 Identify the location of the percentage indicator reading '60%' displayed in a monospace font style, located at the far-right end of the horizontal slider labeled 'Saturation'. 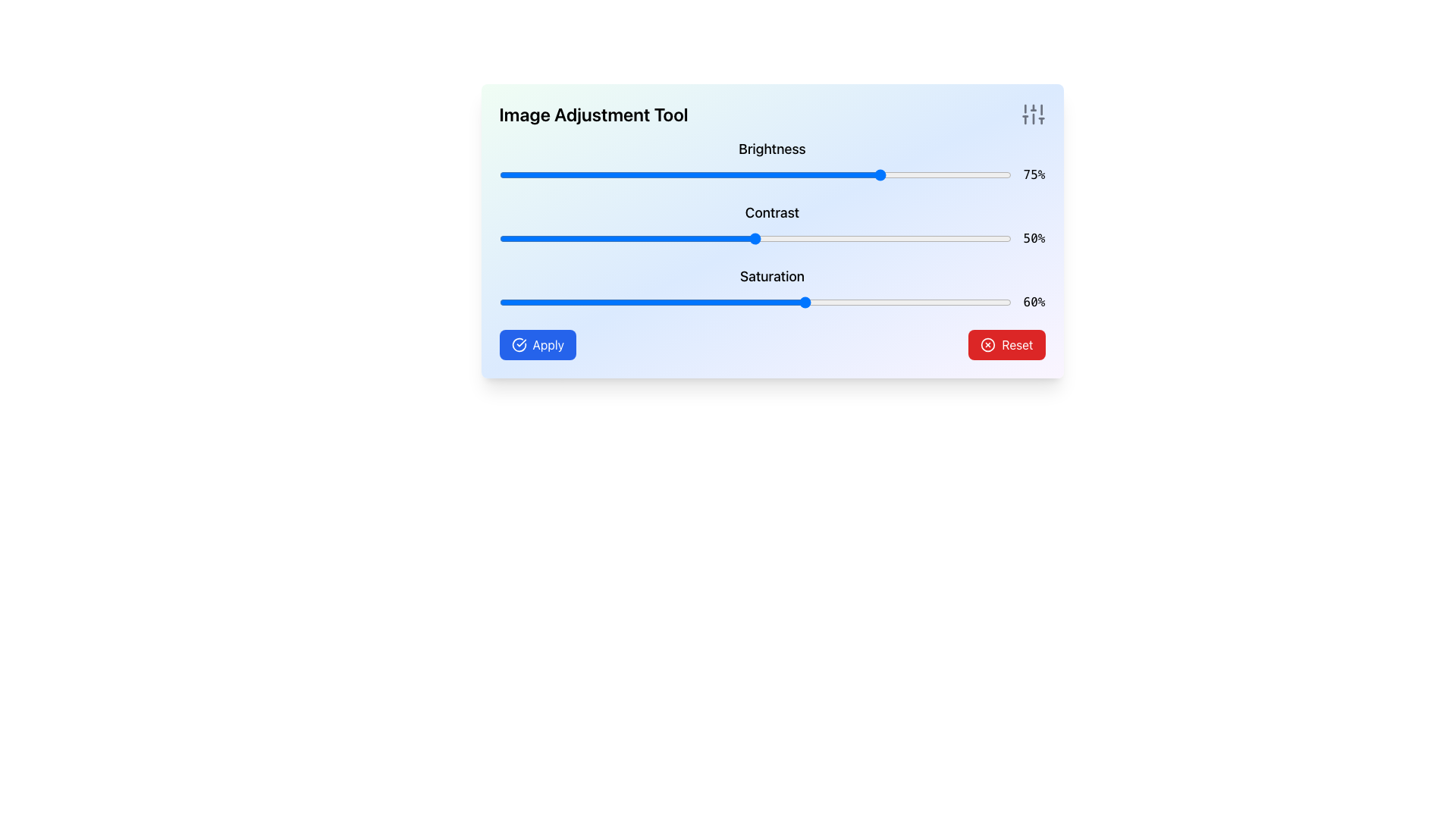
(772, 302).